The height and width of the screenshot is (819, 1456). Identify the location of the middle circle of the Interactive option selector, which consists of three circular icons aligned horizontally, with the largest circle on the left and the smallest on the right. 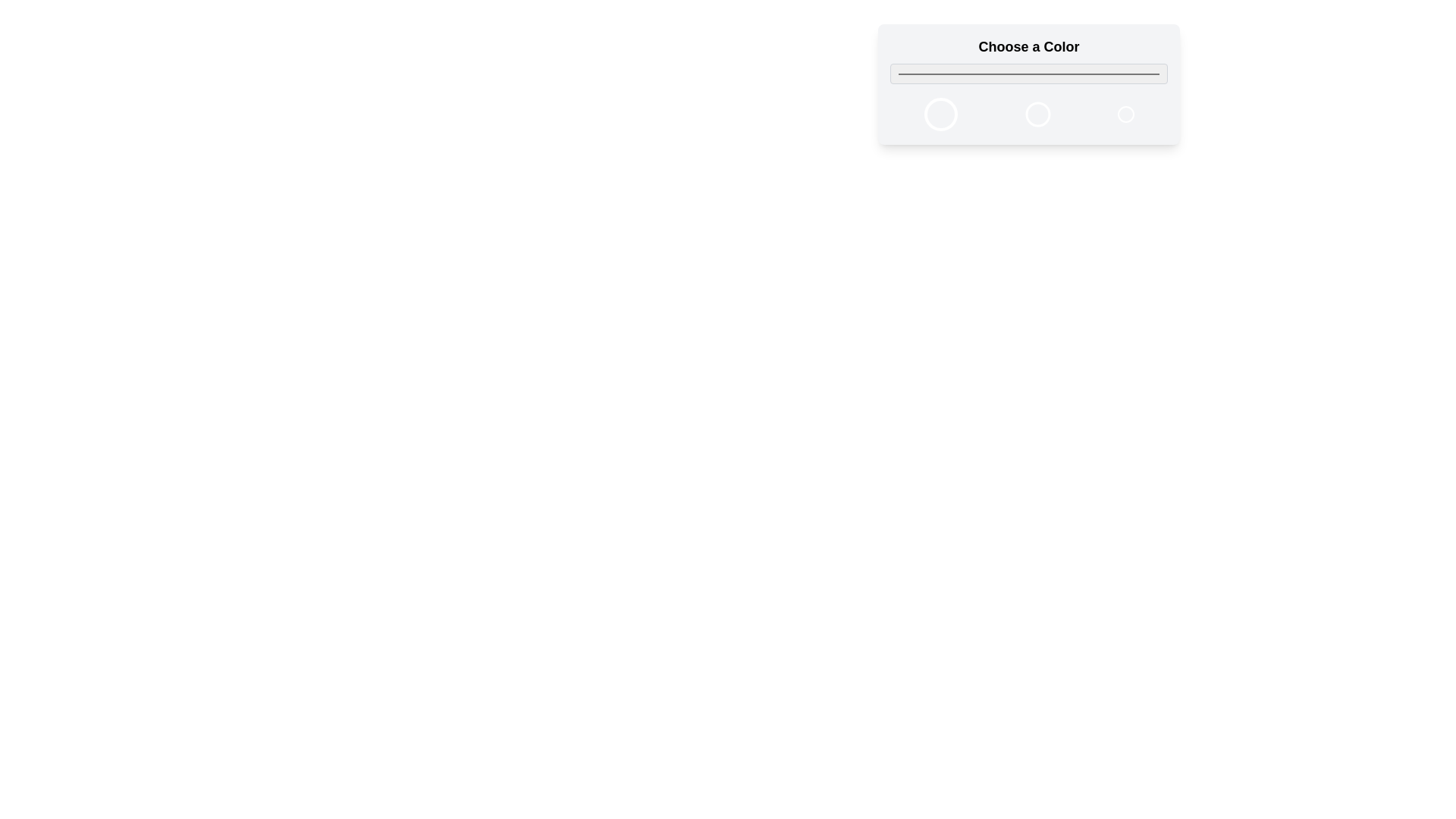
(1029, 113).